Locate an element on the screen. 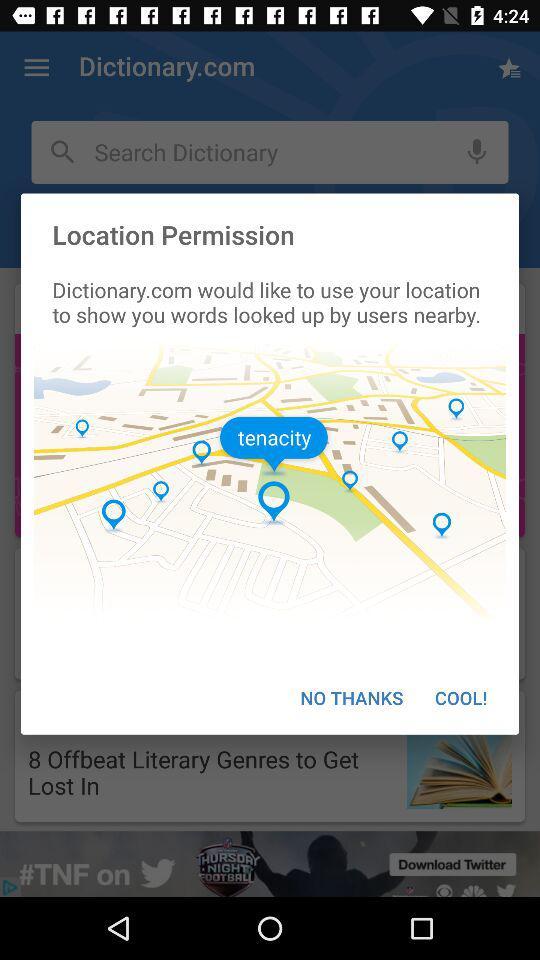 This screenshot has width=540, height=960. the no thanks at the bottom is located at coordinates (350, 697).